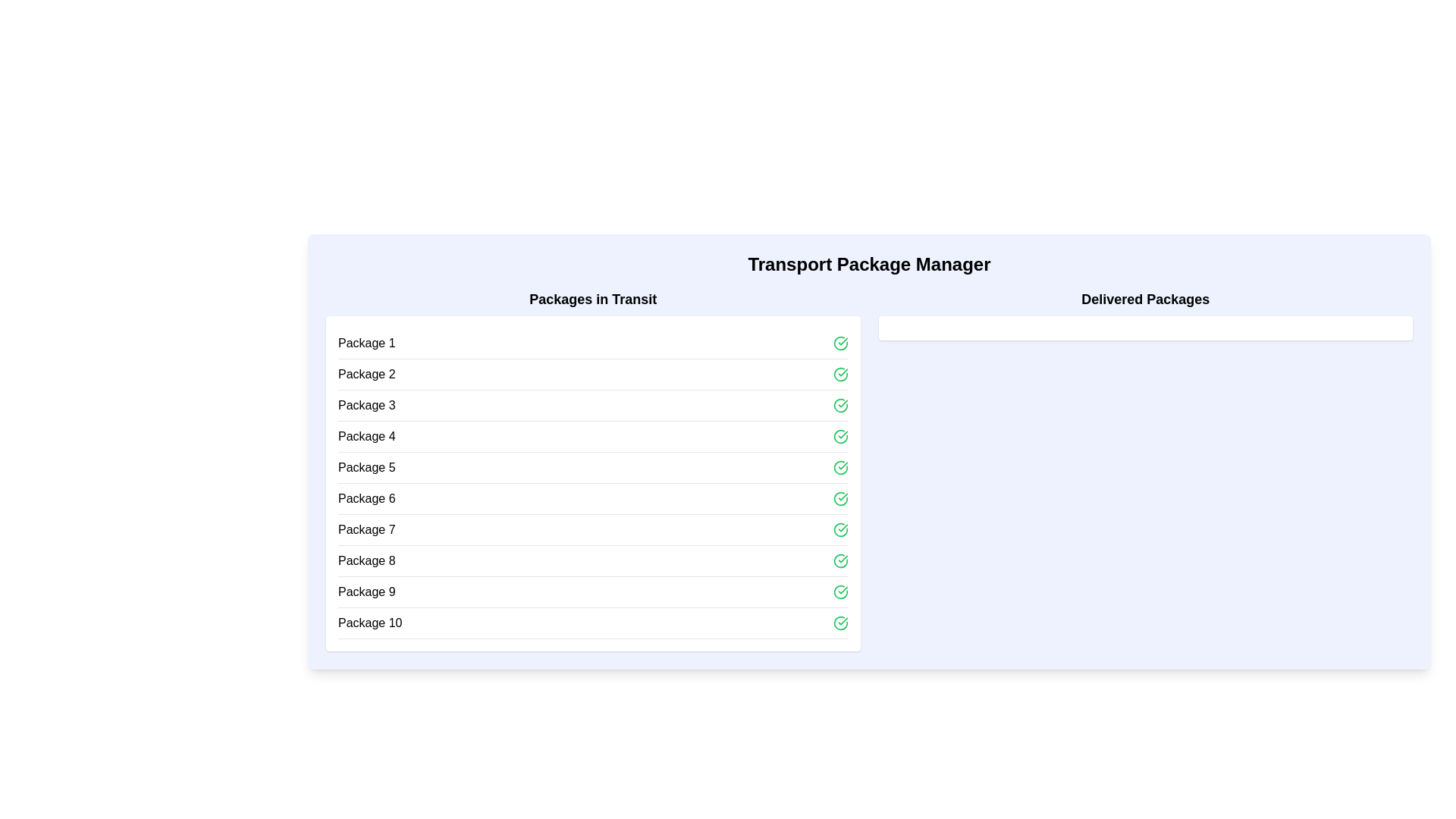 The height and width of the screenshot is (819, 1456). I want to click on the green checkmark icon indicating a successful status in the 'Package 6' row, so click(839, 499).